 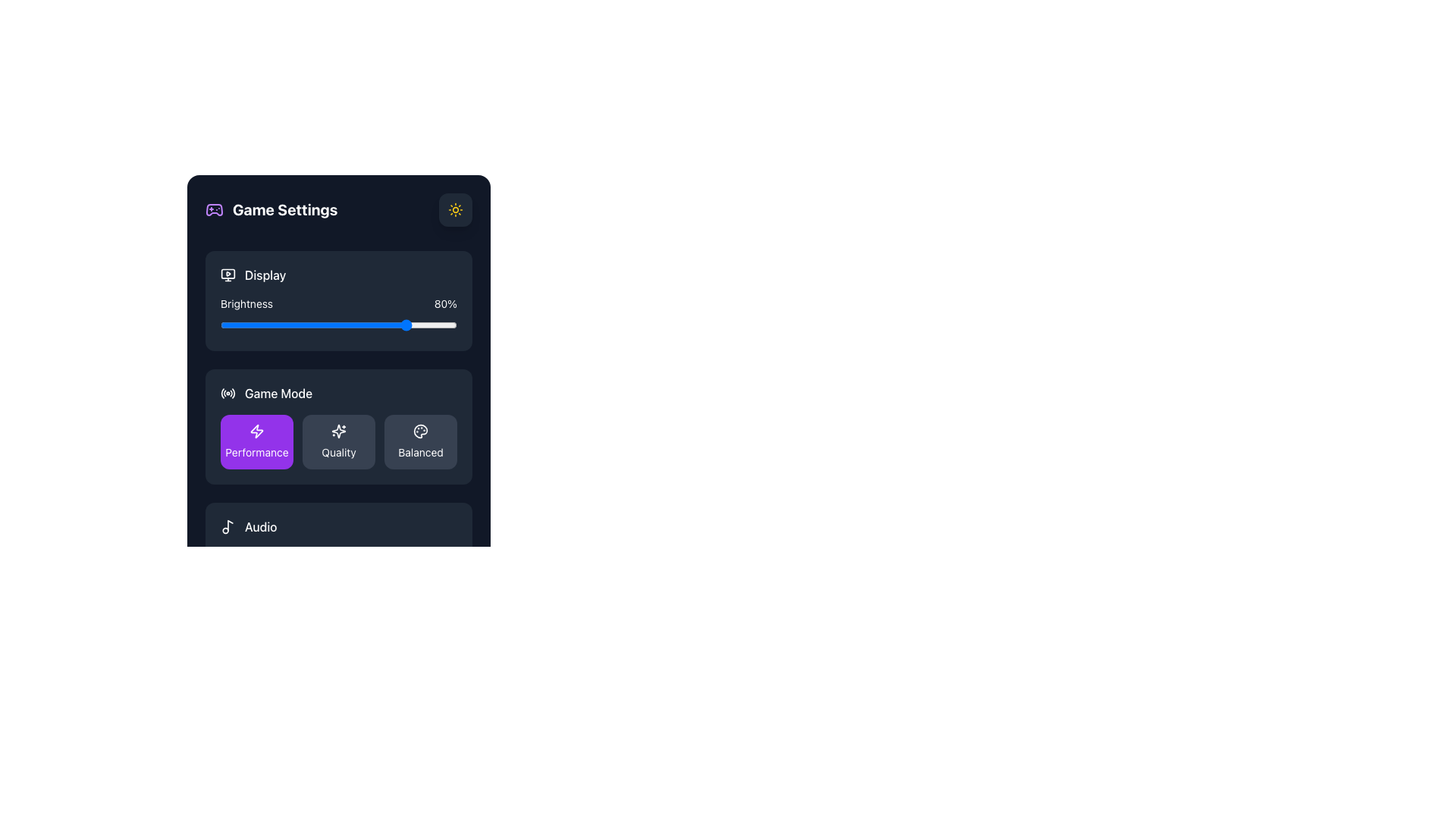 I want to click on brightness level, so click(x=378, y=324).